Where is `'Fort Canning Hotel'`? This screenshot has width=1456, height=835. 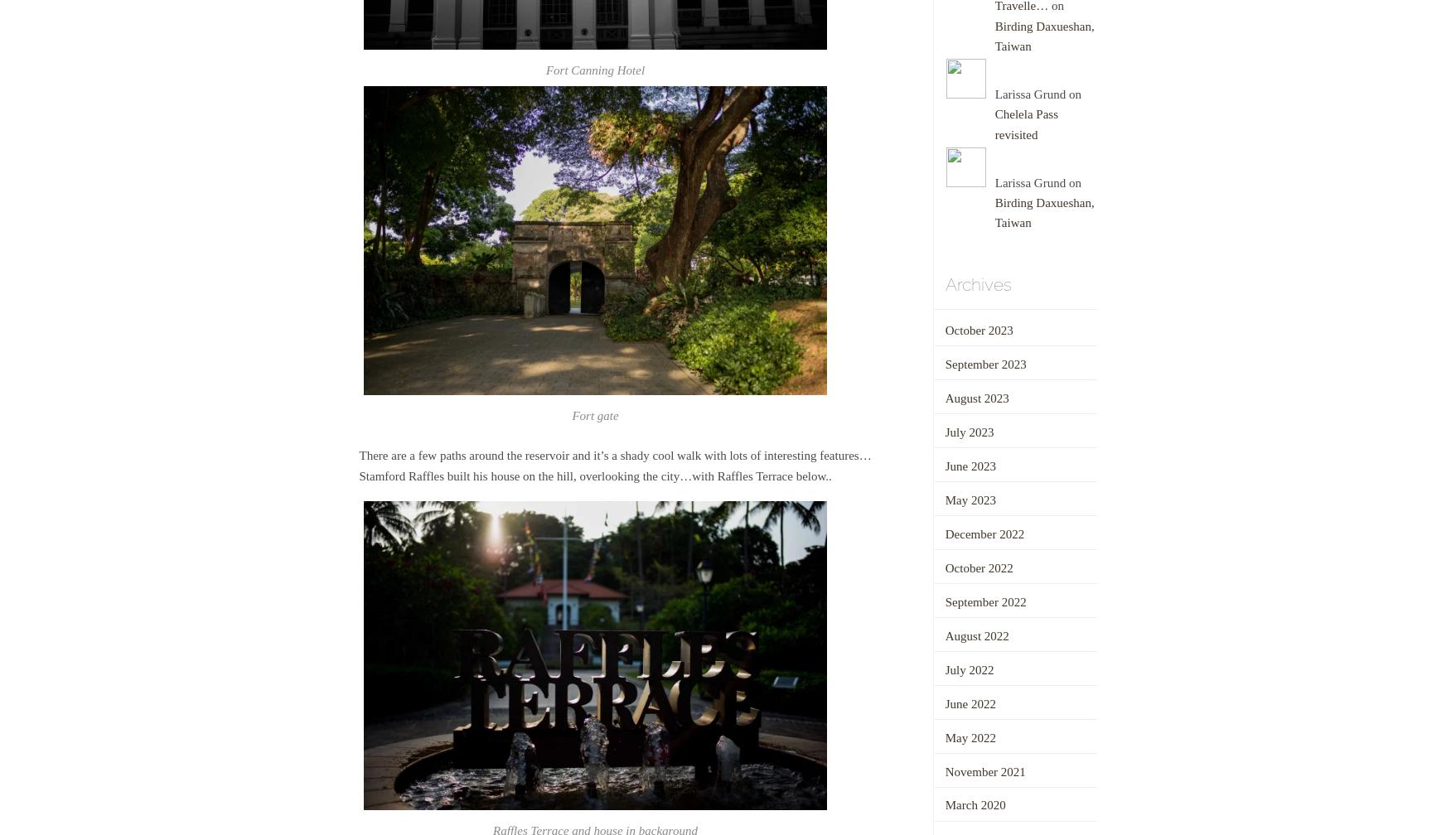 'Fort Canning Hotel' is located at coordinates (594, 70).